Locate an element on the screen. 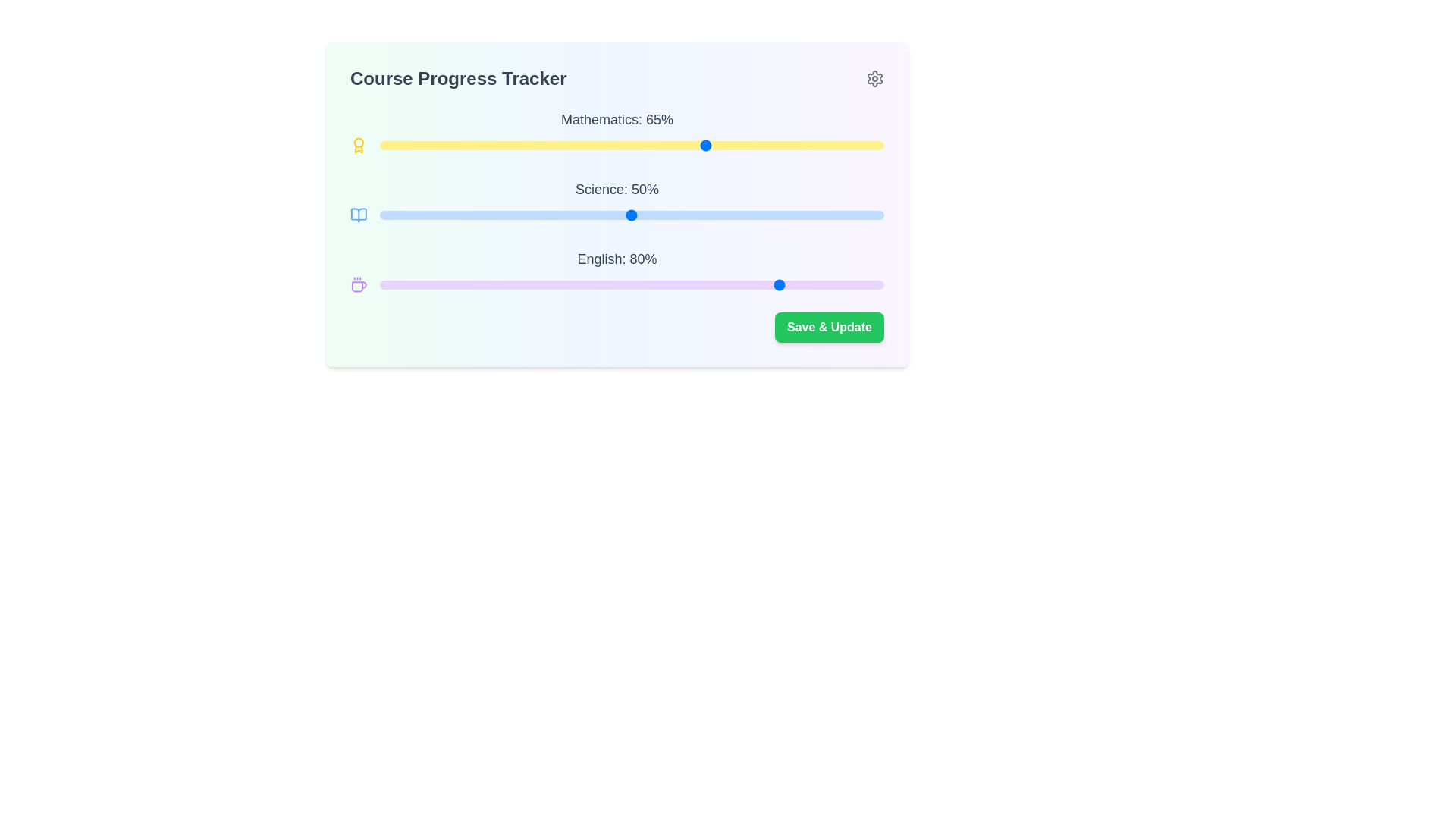  the English progress is located at coordinates (469, 284).